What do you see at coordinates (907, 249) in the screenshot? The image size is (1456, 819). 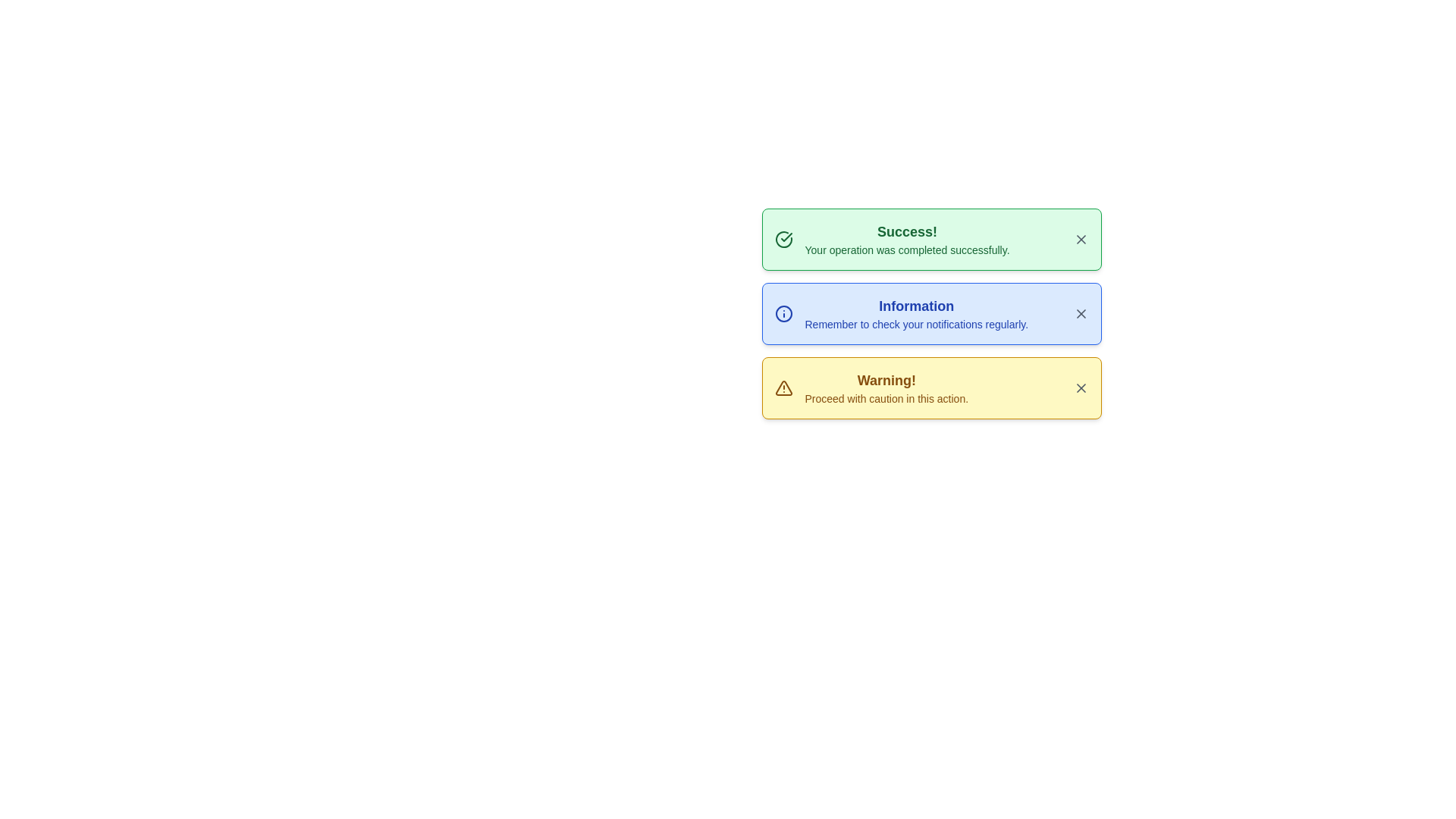 I see `the text message that reads 'Your operation was completed successfully.' which is styled in a smaller font and located beneath the bold title 'Success!' within a green background box` at bounding box center [907, 249].